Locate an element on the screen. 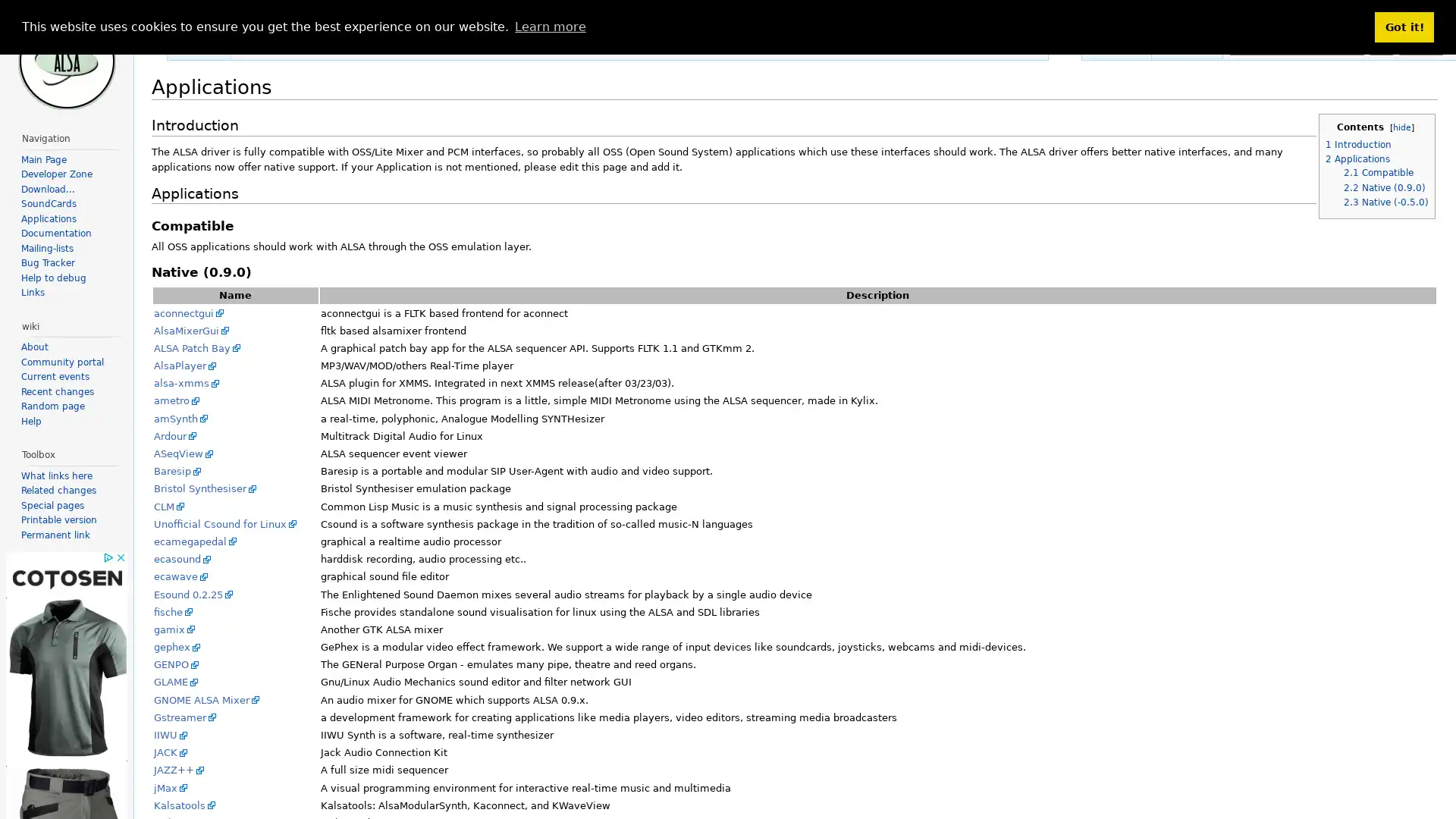 The image size is (1456, 819). Go is located at coordinates (1382, 45).